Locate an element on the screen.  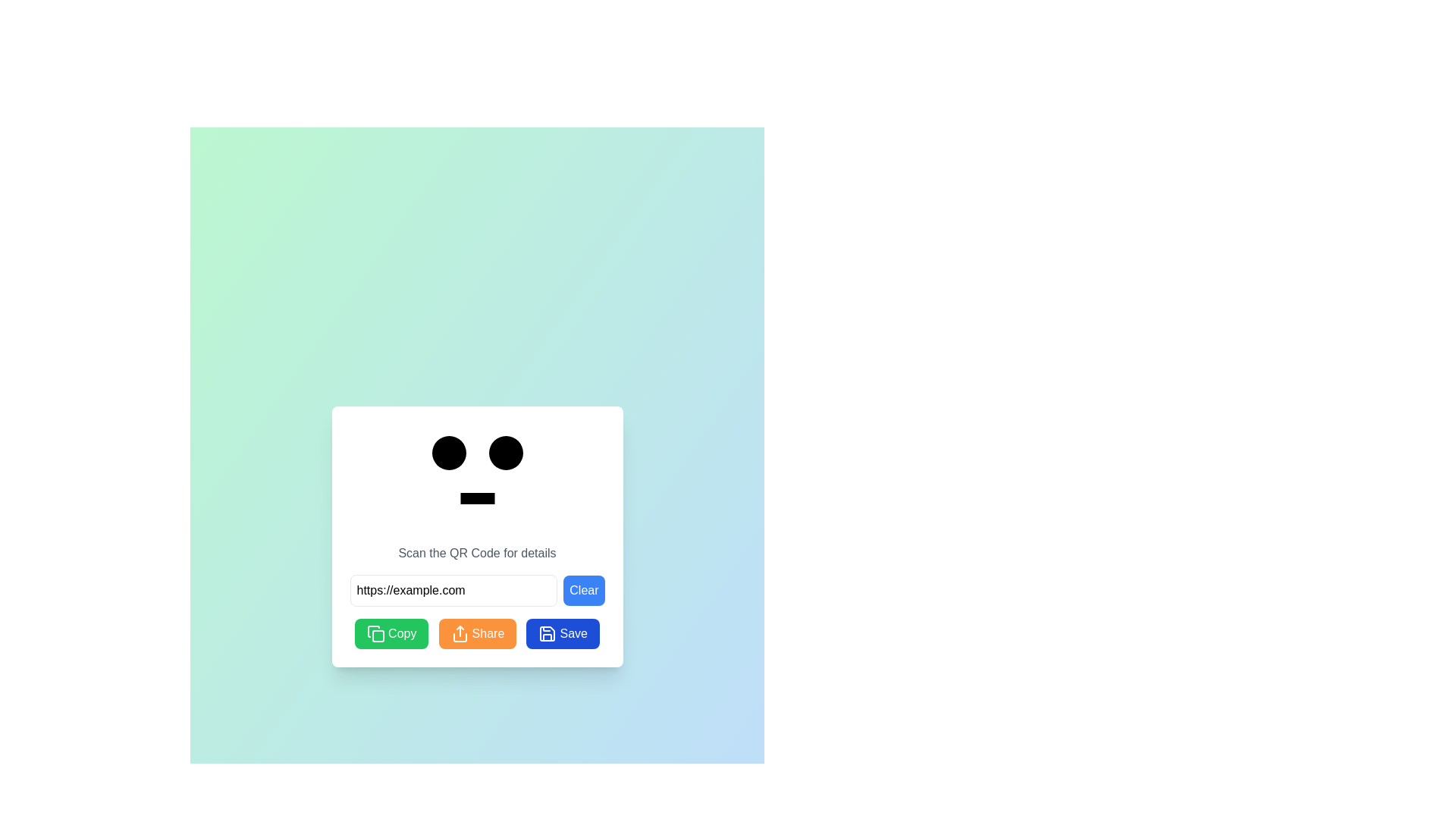
the text input field used for entering or displaying a URL to focus on it is located at coordinates (453, 590).